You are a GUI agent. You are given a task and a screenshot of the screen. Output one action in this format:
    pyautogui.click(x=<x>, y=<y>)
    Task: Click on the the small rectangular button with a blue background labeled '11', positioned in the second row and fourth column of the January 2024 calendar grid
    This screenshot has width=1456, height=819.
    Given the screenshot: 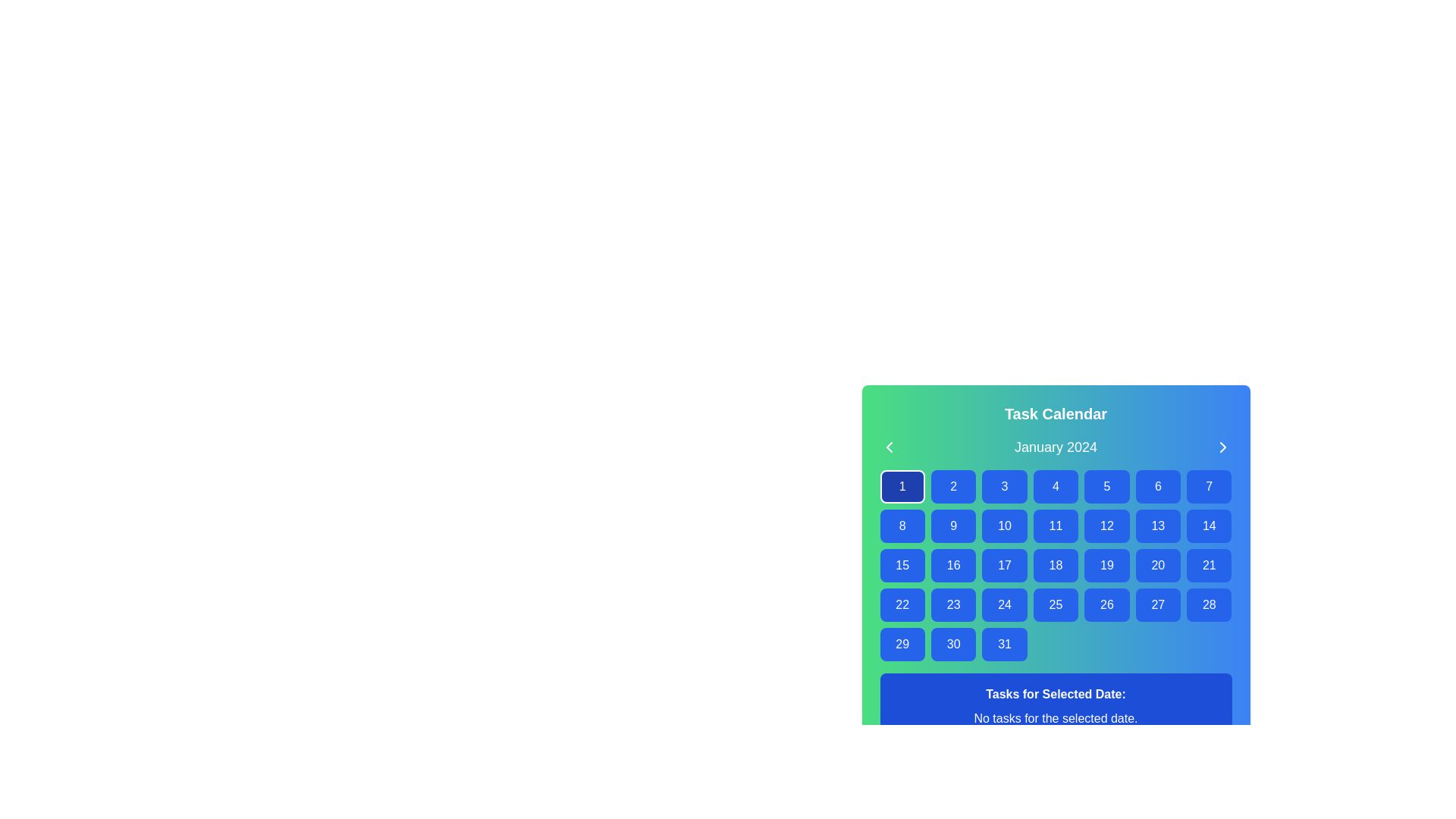 What is the action you would take?
    pyautogui.click(x=1055, y=526)
    